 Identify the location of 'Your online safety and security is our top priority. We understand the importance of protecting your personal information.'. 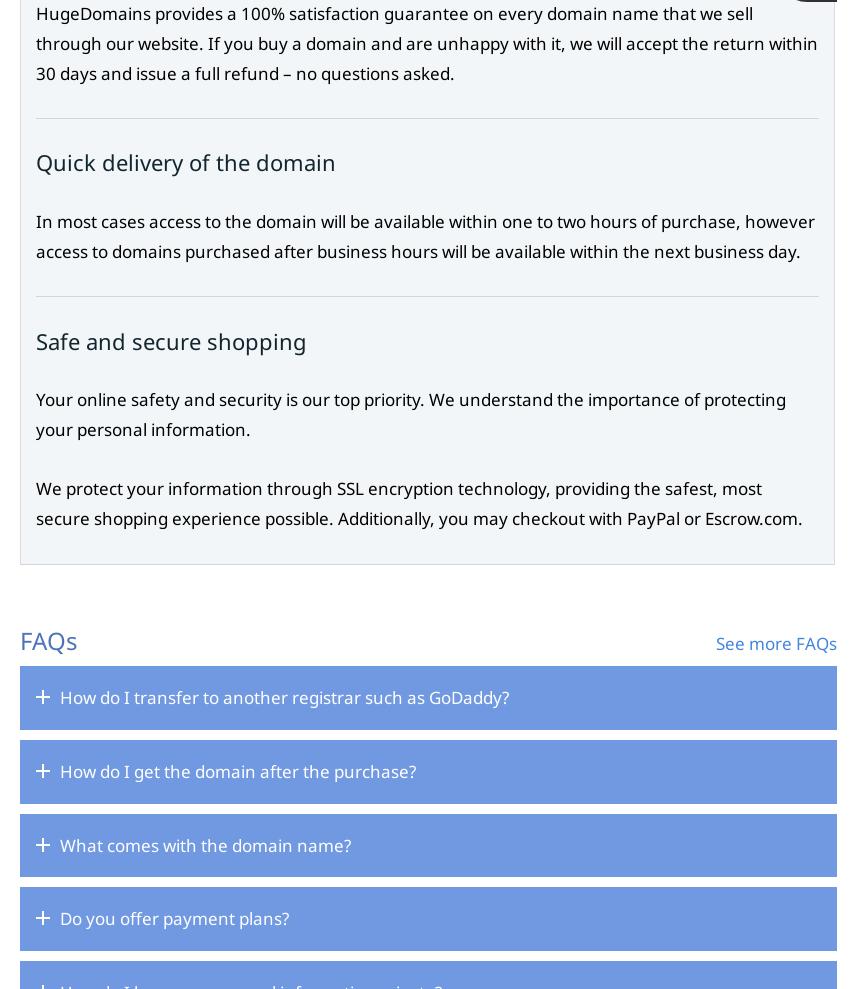
(35, 413).